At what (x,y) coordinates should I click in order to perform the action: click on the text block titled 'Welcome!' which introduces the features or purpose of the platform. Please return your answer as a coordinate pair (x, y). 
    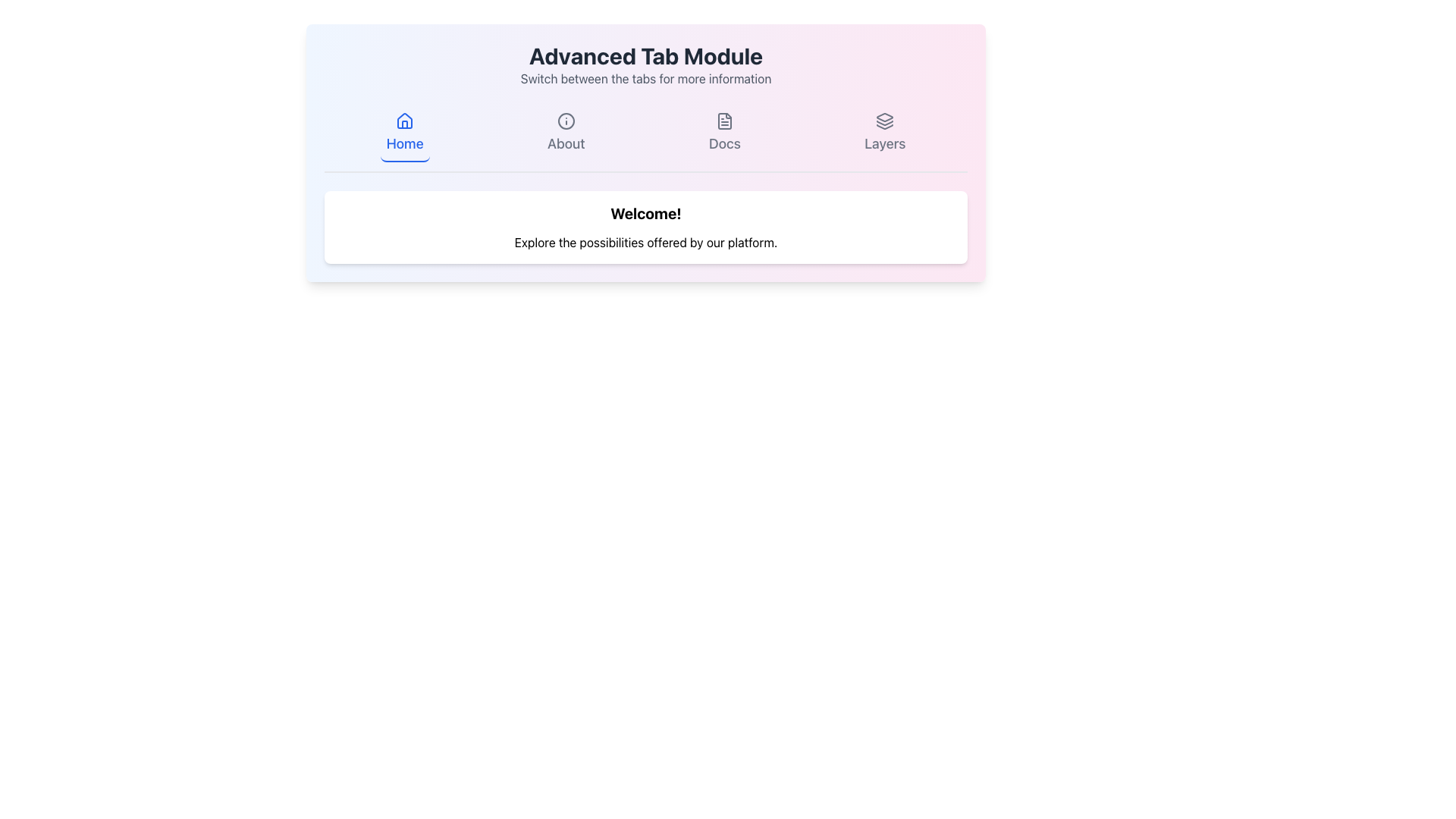
    Looking at the image, I should click on (645, 227).